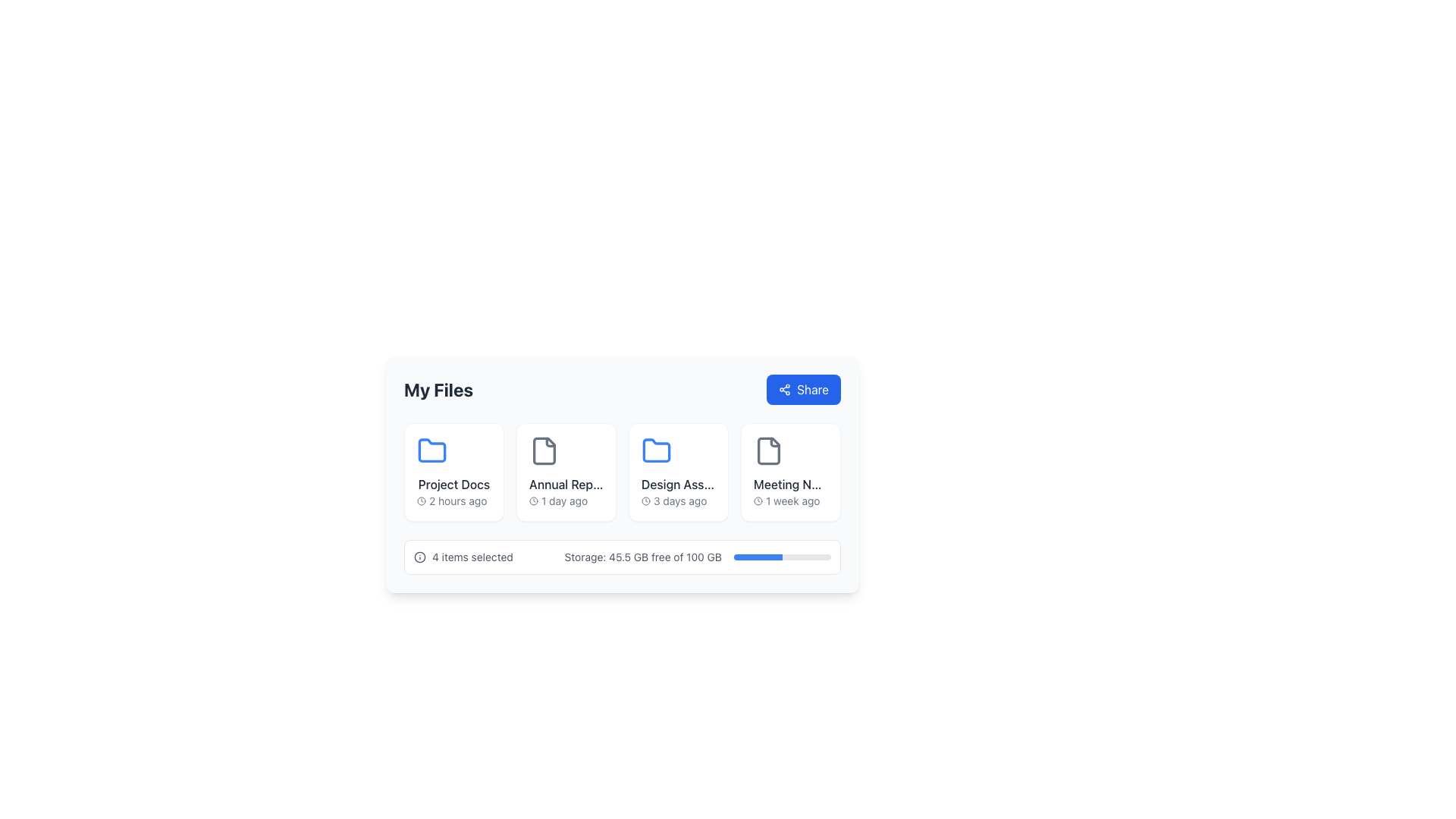 The image size is (1456, 819). Describe the element at coordinates (453, 485) in the screenshot. I see `the label located in the first card of the grid layout, which is positioned below the blue folder icon and above the text '2 hours ago'` at that location.